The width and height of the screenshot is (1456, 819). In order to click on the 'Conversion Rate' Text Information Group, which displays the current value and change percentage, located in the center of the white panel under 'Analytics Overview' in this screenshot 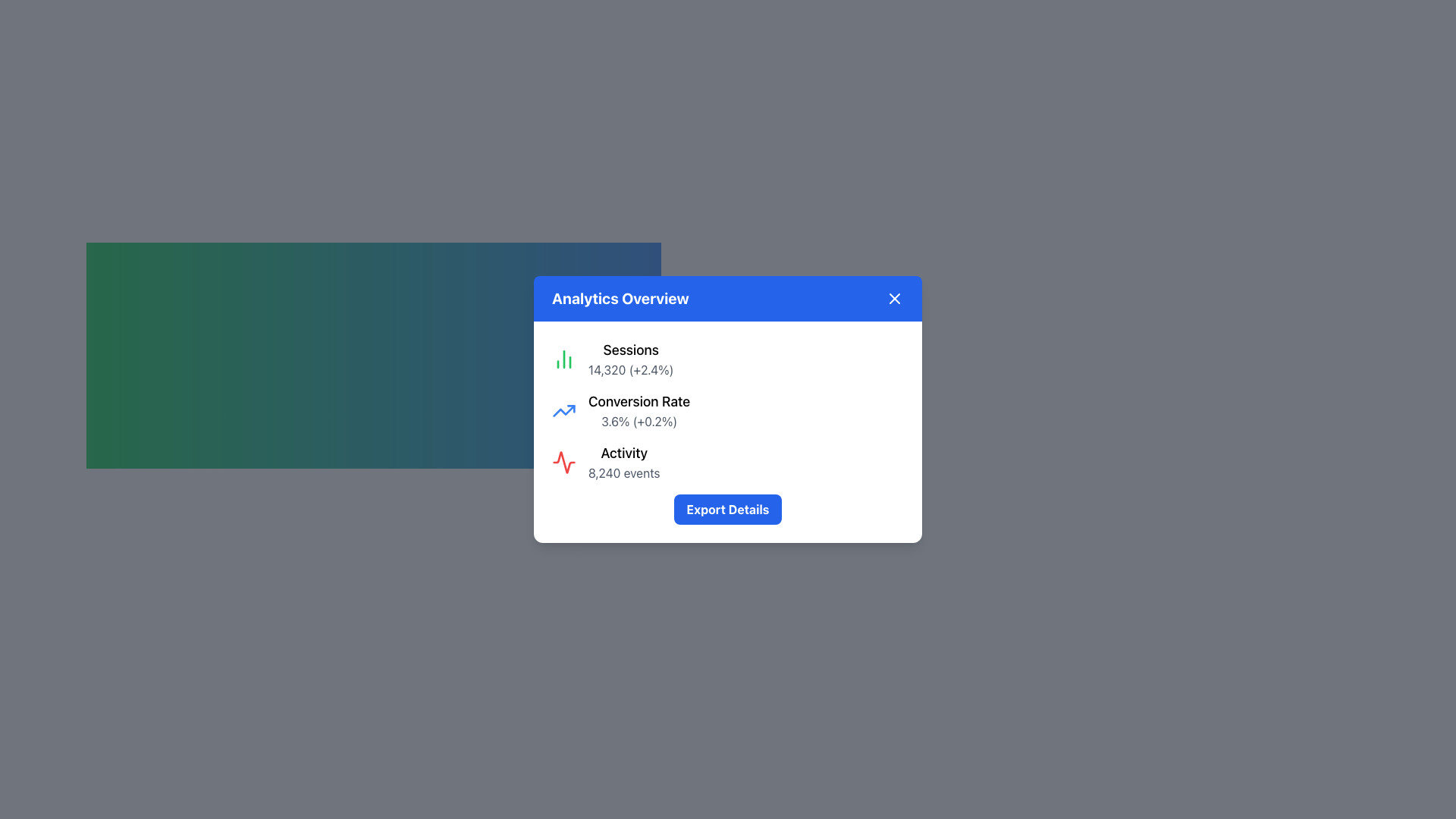, I will do `click(639, 411)`.